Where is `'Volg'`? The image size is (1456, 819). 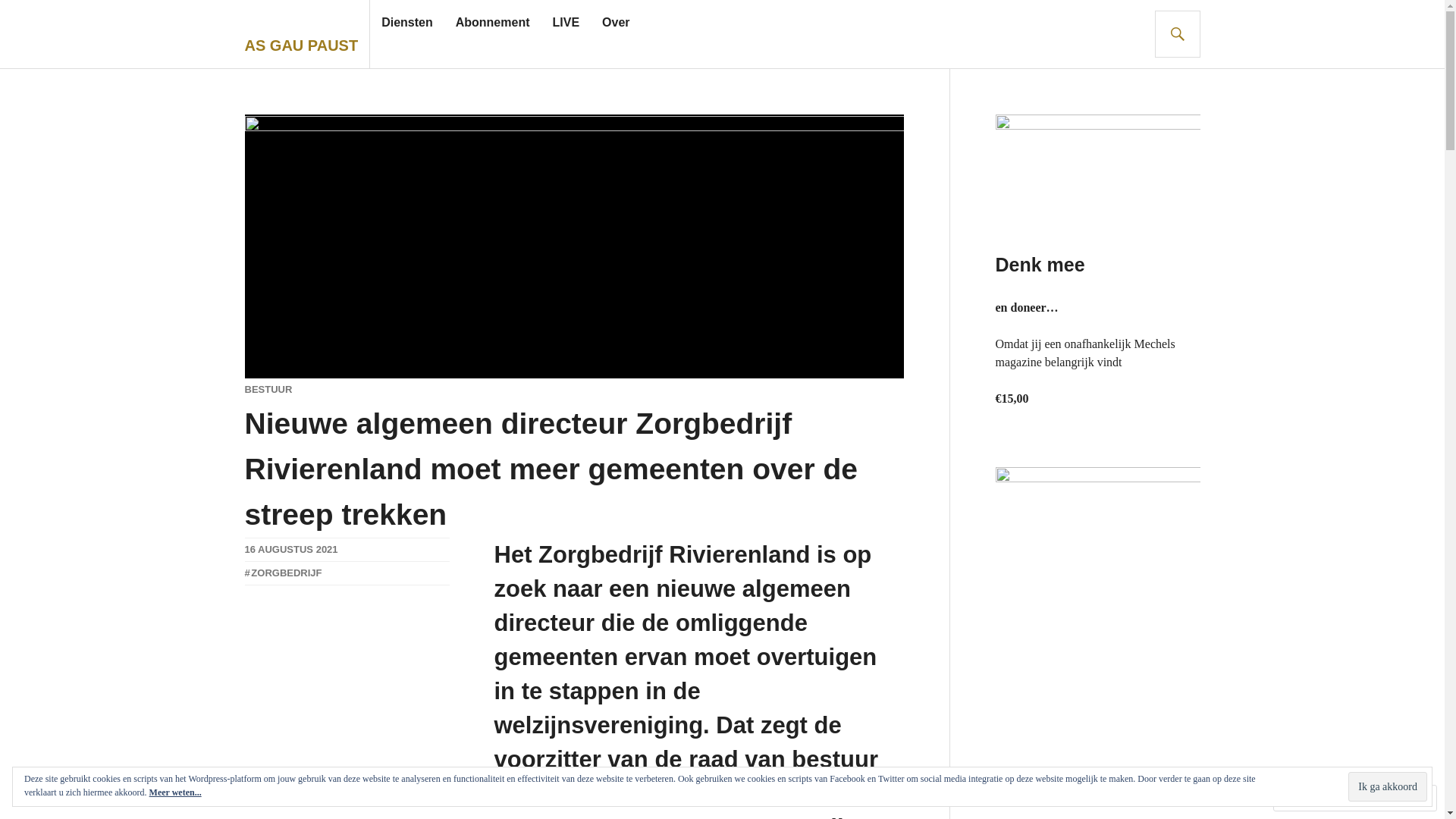
'Volg' is located at coordinates (1377, 797).